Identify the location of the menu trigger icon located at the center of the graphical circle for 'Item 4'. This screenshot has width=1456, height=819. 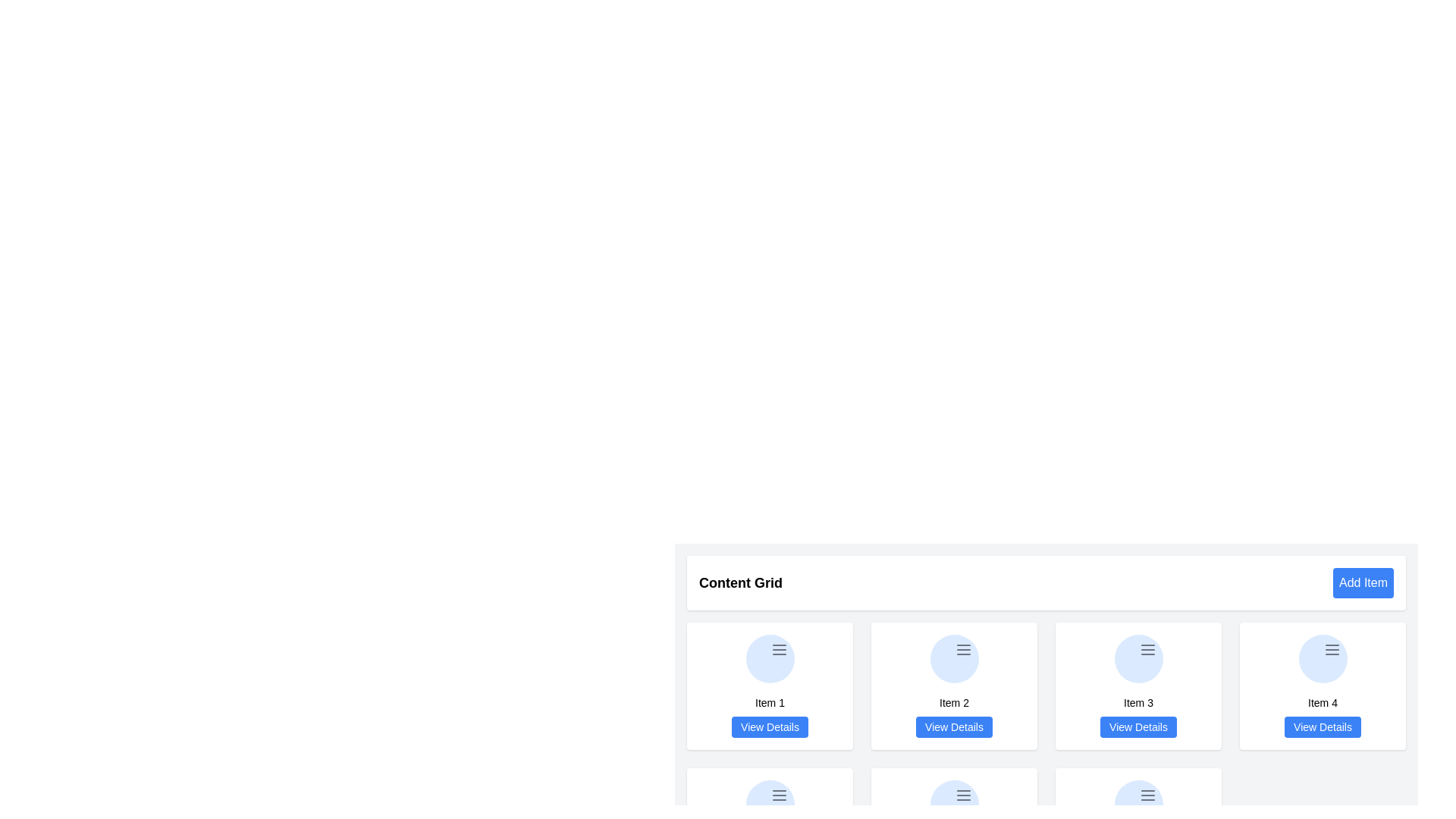
(962, 795).